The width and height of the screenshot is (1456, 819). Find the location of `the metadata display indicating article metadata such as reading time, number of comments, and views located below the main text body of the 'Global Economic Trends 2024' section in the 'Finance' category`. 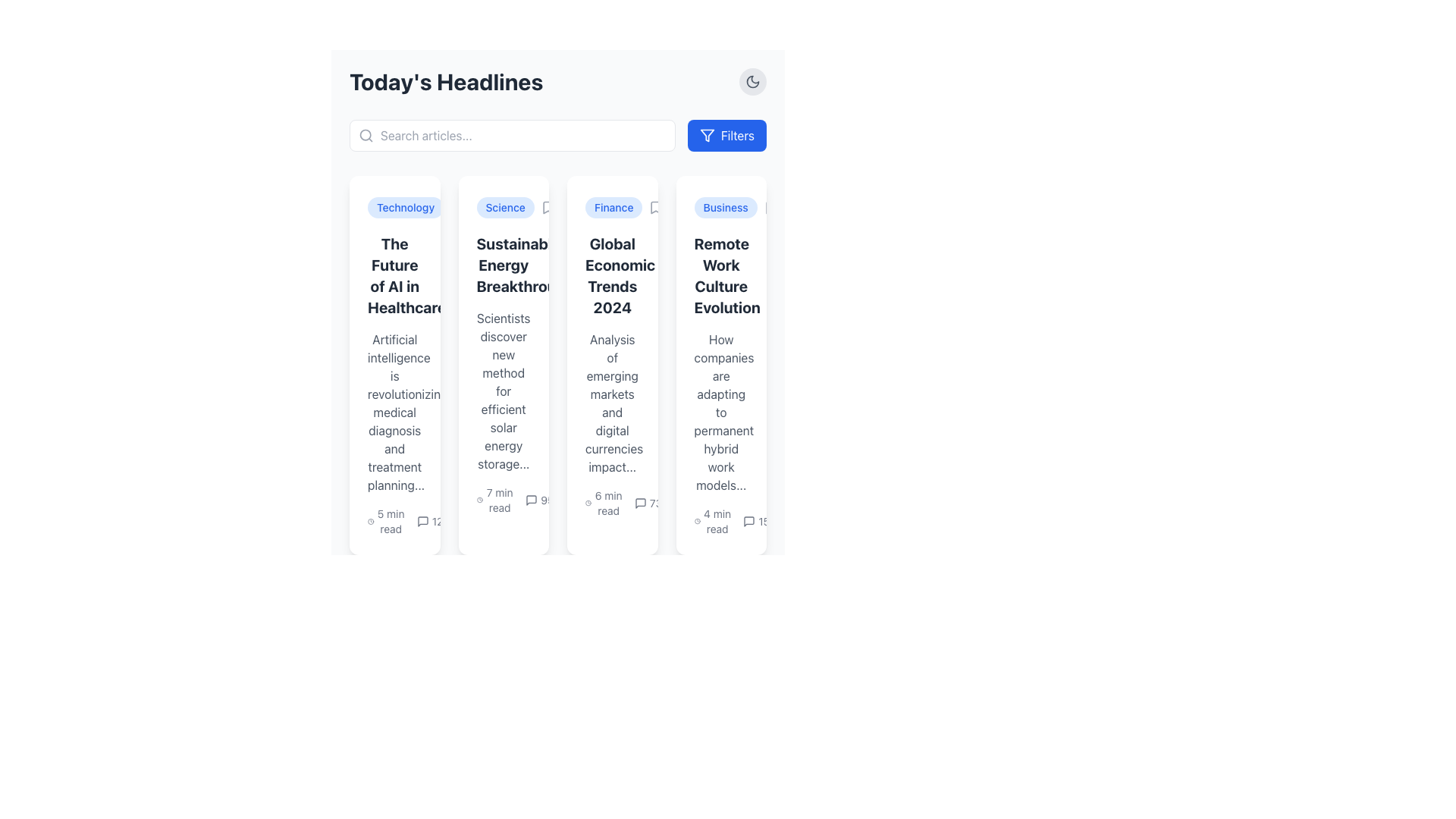

the metadata display indicating article metadata such as reading time, number of comments, and views located below the main text body of the 'Global Economic Trends 2024' section in the 'Finance' category is located at coordinates (612, 503).